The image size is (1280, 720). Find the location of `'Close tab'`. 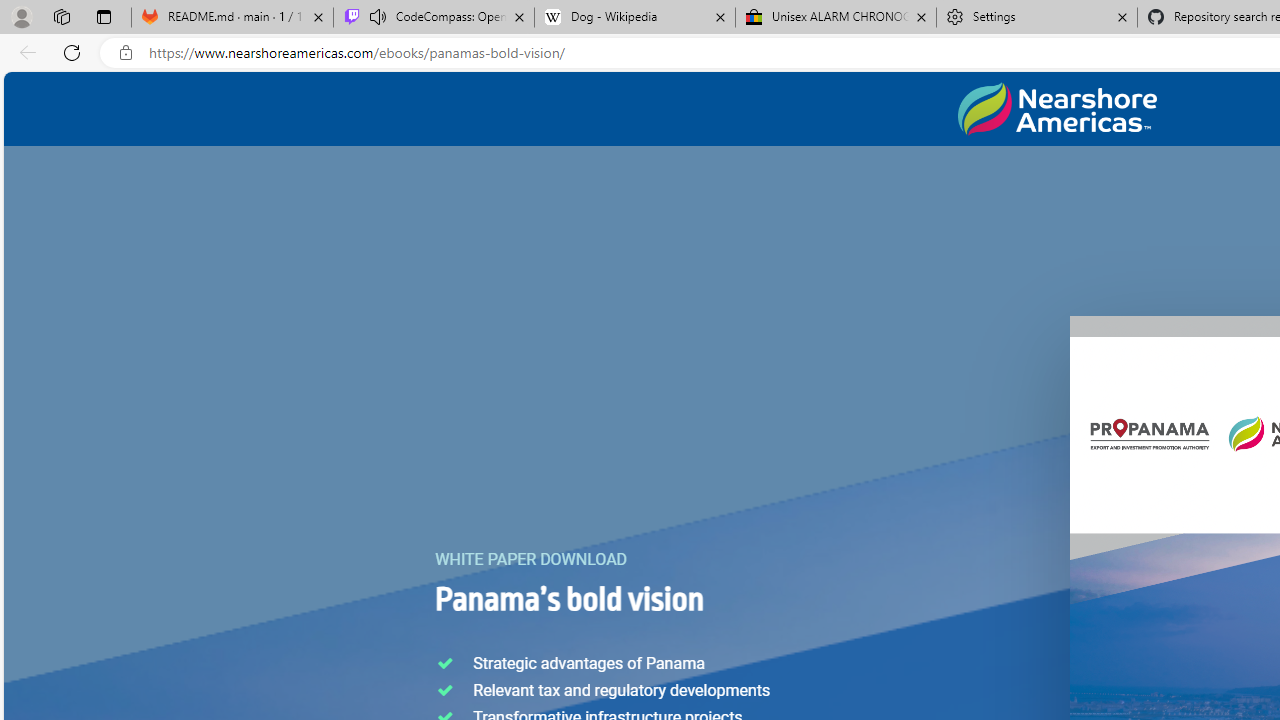

'Close tab' is located at coordinates (1122, 17).